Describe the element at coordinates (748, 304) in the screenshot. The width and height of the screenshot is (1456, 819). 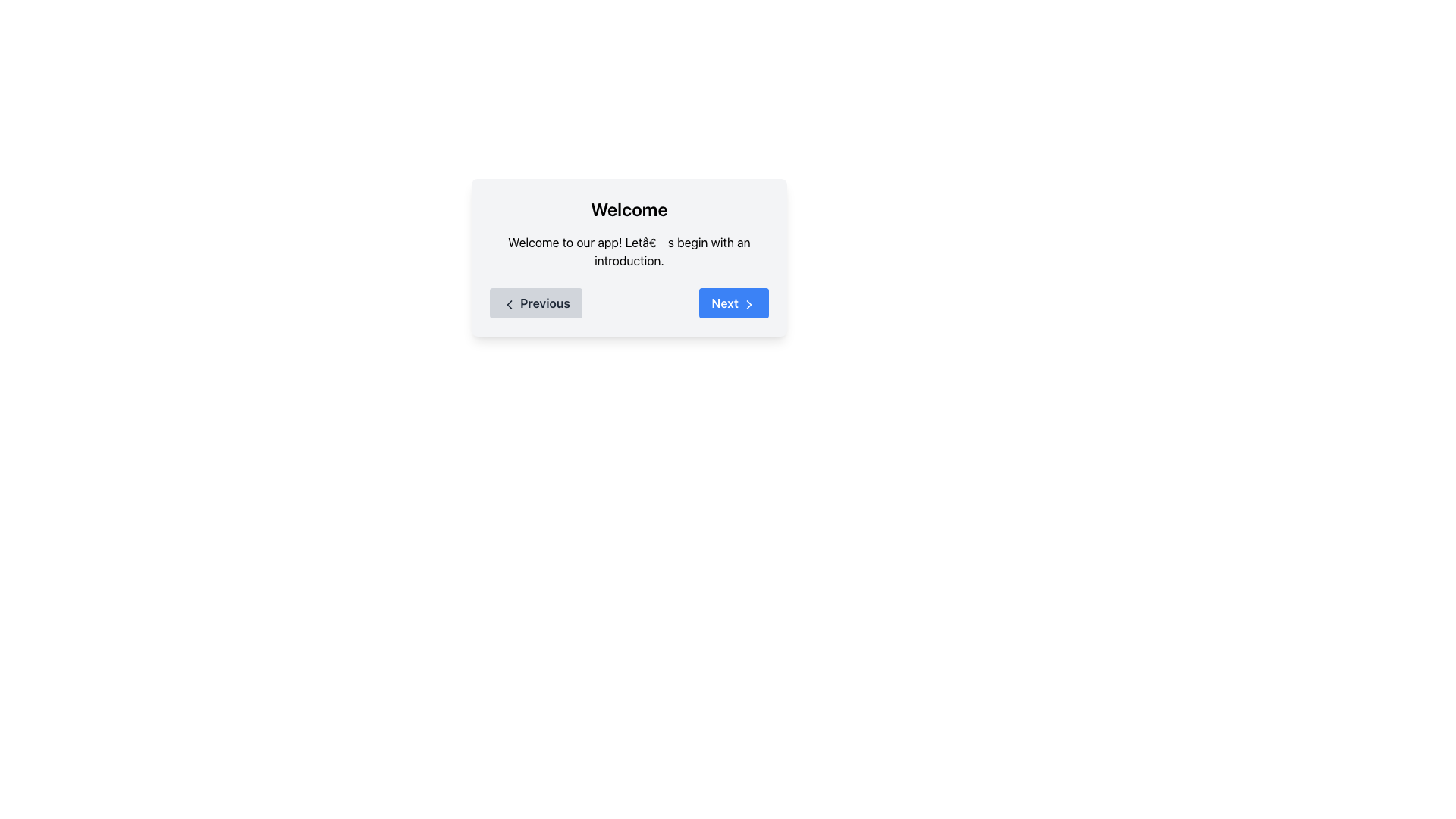
I see `the right-pointing chevron arrow SVG element located within the 'Next' button in the lower-right corner of the dialog box` at that location.